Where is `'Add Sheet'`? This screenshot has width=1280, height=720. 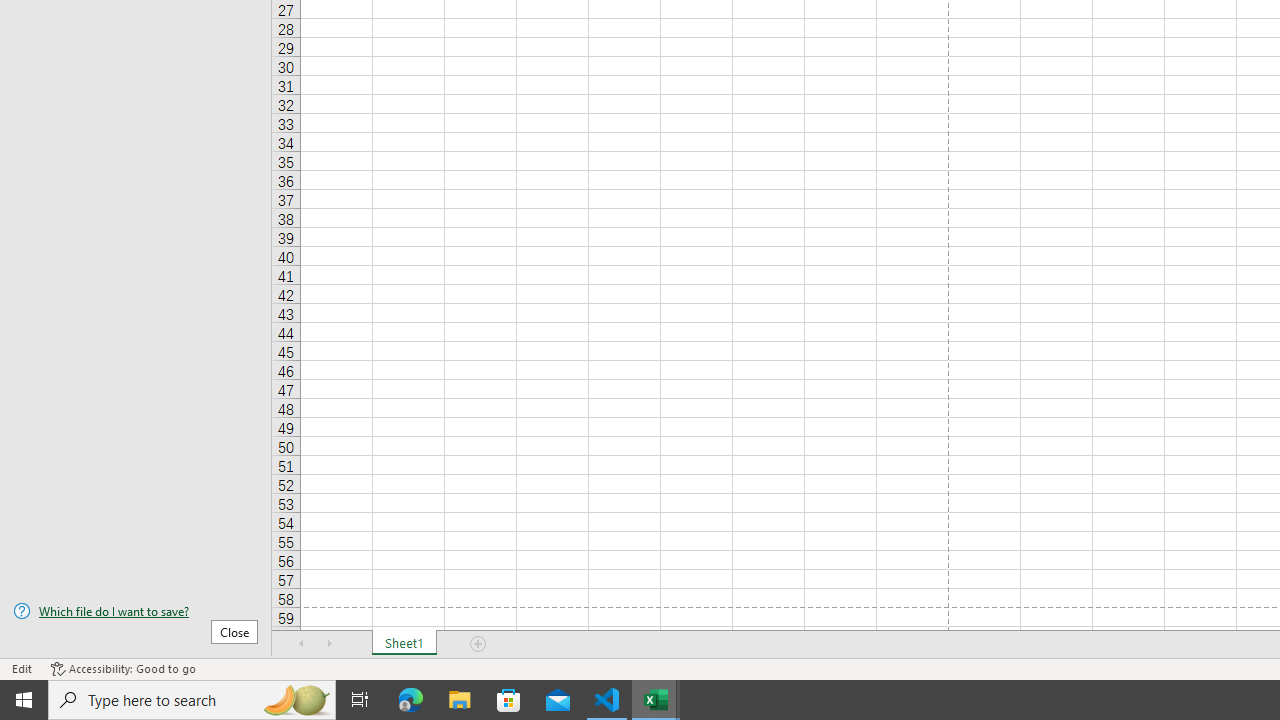
'Add Sheet' is located at coordinates (477, 644).